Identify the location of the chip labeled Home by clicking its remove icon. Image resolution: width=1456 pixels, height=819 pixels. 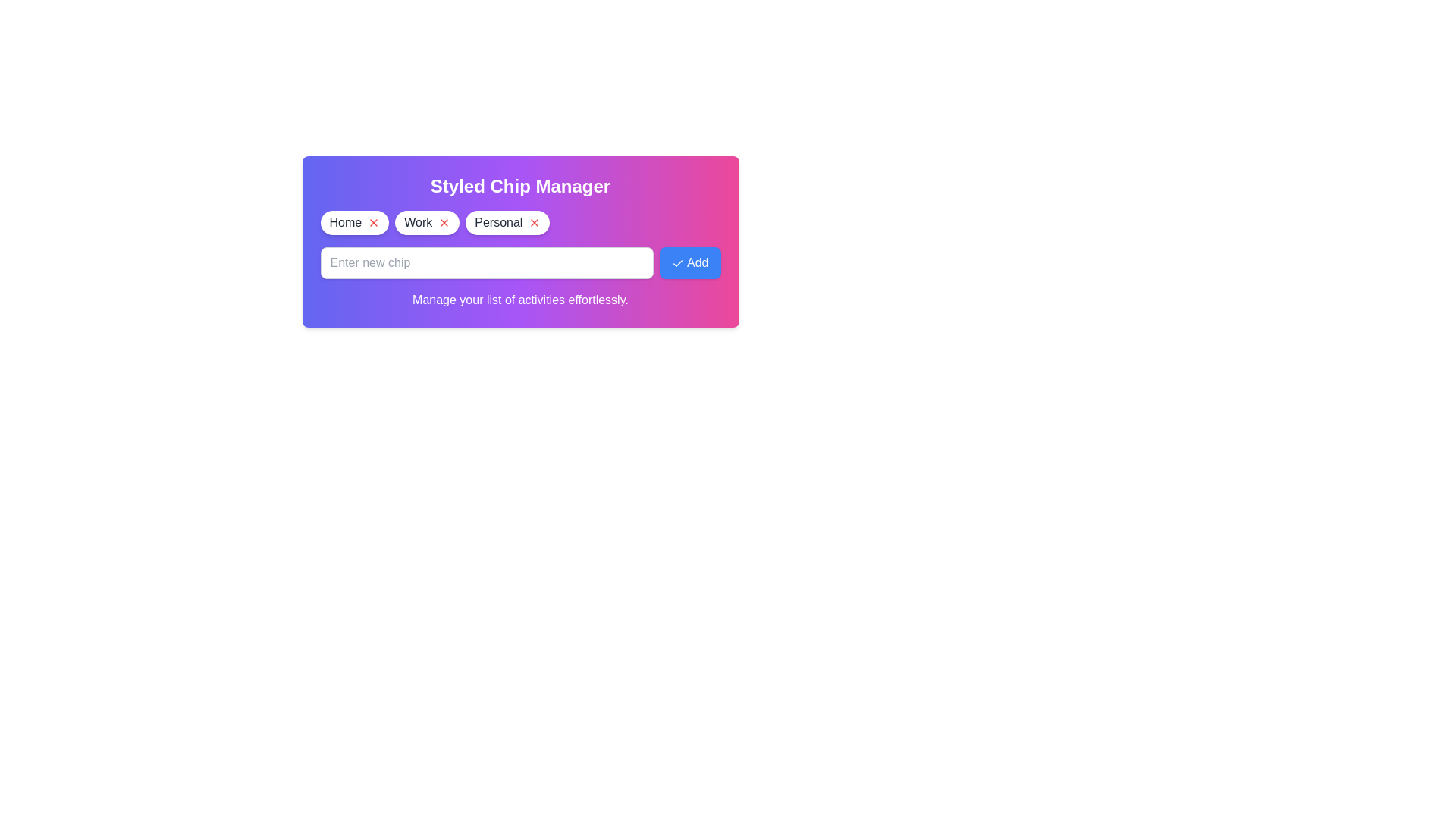
(374, 222).